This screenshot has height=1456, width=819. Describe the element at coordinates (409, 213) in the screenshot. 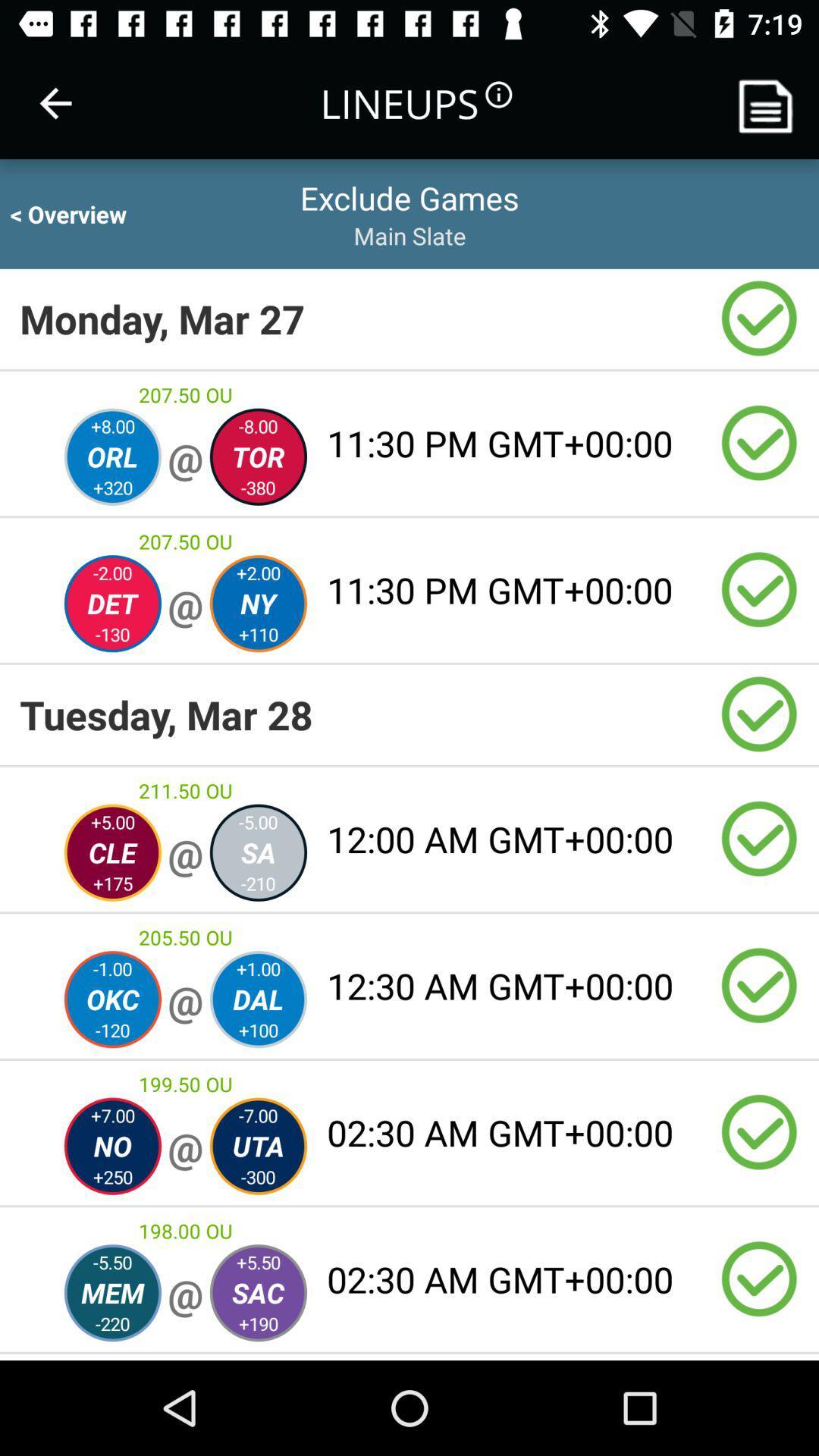

I see `the two lines which is just beside overview` at that location.